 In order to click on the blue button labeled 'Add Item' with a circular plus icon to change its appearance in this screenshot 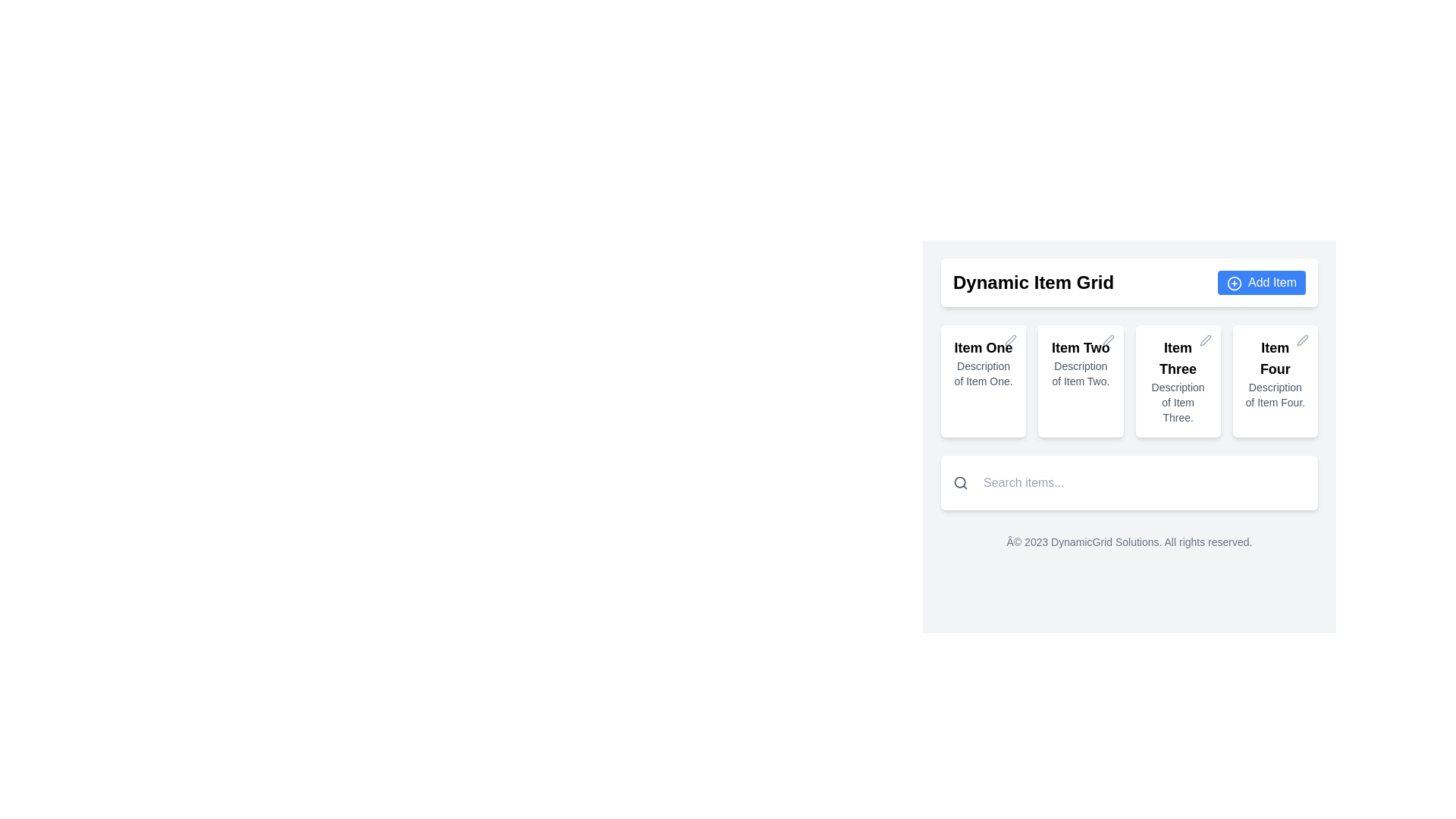, I will do `click(1262, 283)`.